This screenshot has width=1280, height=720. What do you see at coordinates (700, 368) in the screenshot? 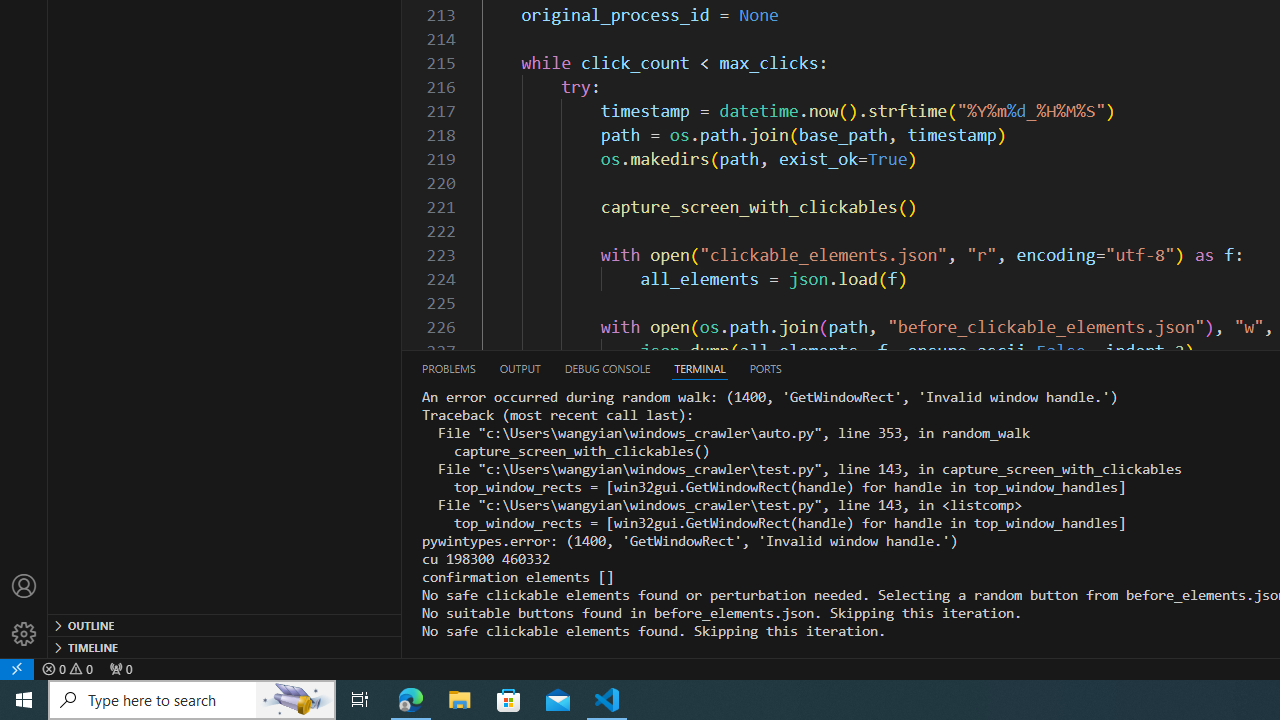
I see `'Terminal (Ctrl+`)'` at bounding box center [700, 368].